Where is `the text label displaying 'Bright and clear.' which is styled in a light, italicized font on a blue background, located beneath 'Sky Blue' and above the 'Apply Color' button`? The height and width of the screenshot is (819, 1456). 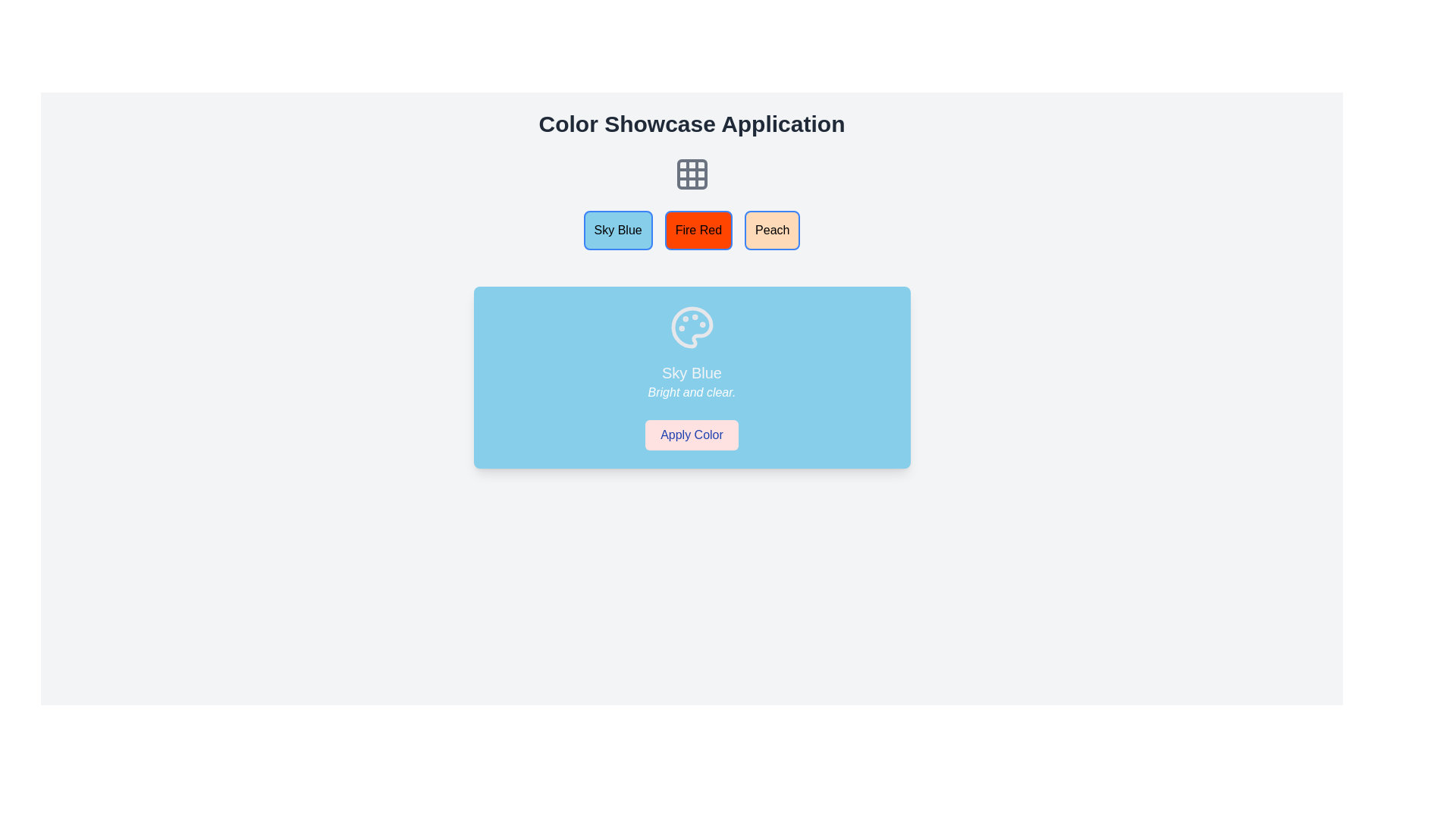
the text label displaying 'Bright and clear.' which is styled in a light, italicized font on a blue background, located beneath 'Sky Blue' and above the 'Apply Color' button is located at coordinates (691, 391).